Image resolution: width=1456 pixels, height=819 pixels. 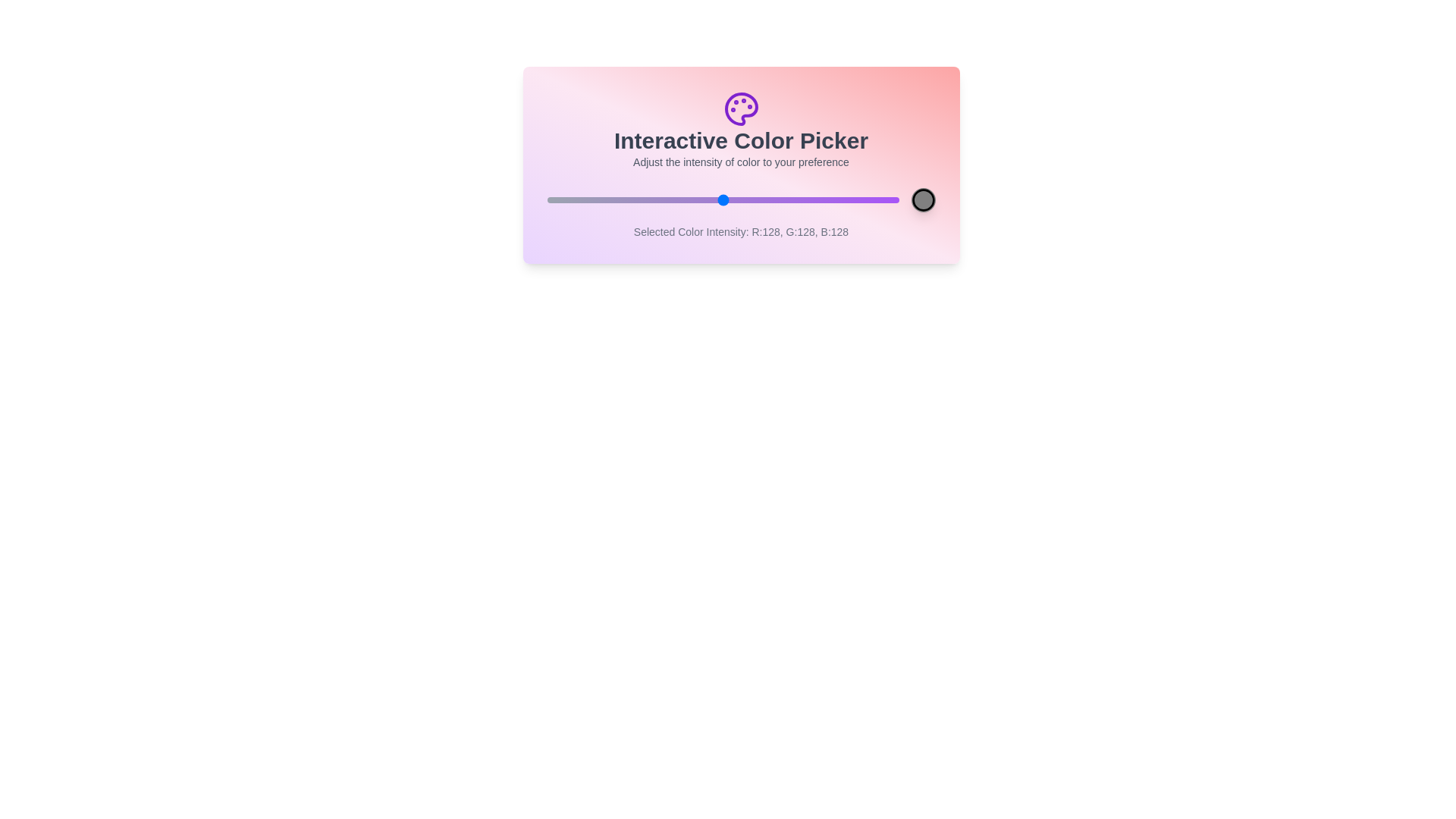 I want to click on the color intensity to 199 by dragging the slider, so click(x=820, y=199).